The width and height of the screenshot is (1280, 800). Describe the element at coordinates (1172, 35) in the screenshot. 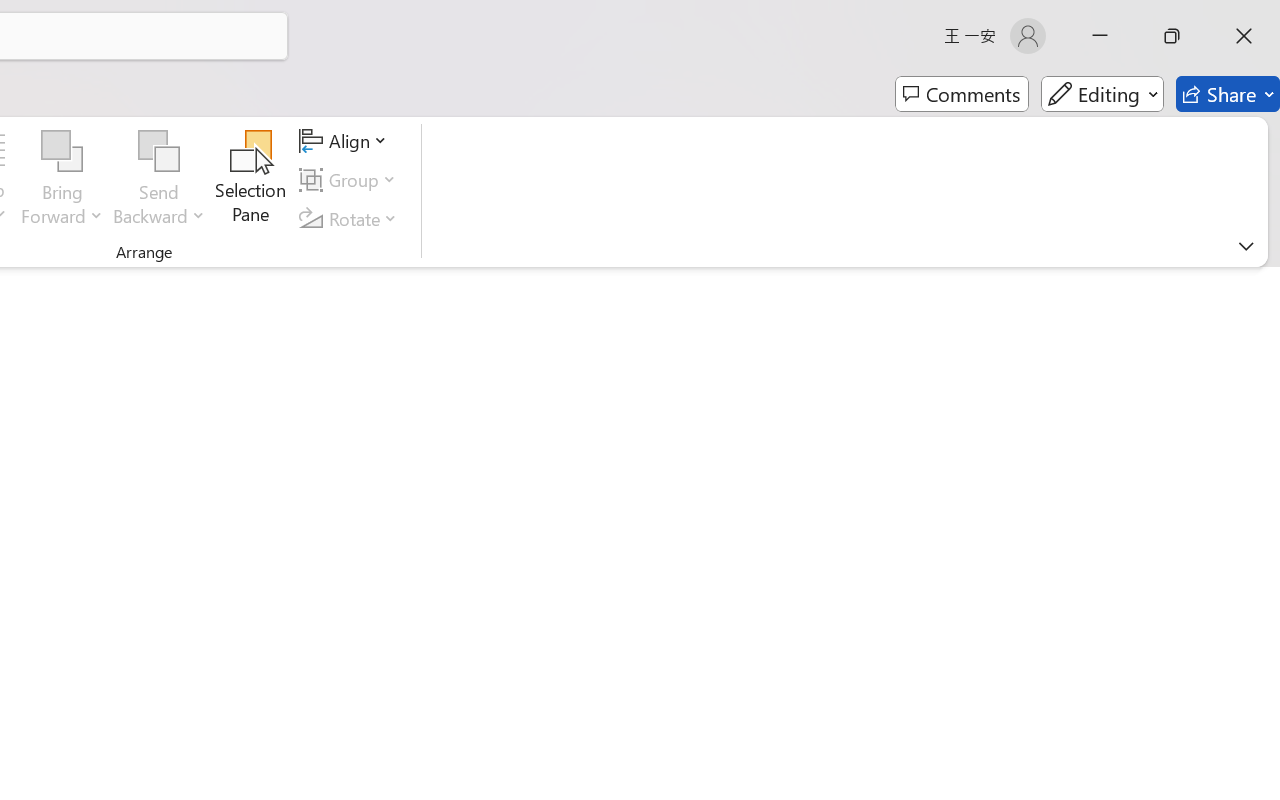

I see `'Restore Down'` at that location.